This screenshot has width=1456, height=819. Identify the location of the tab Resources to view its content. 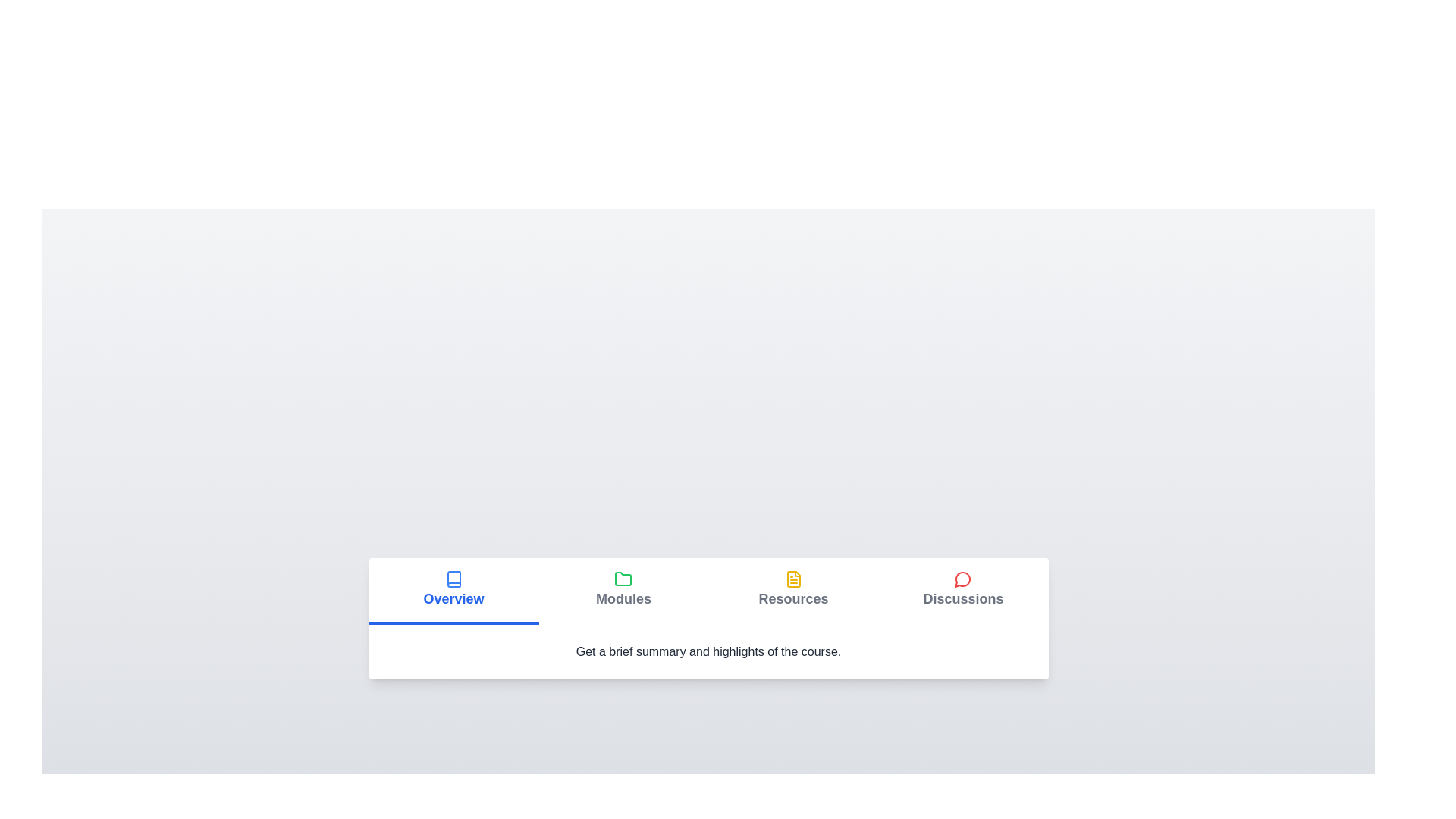
(792, 590).